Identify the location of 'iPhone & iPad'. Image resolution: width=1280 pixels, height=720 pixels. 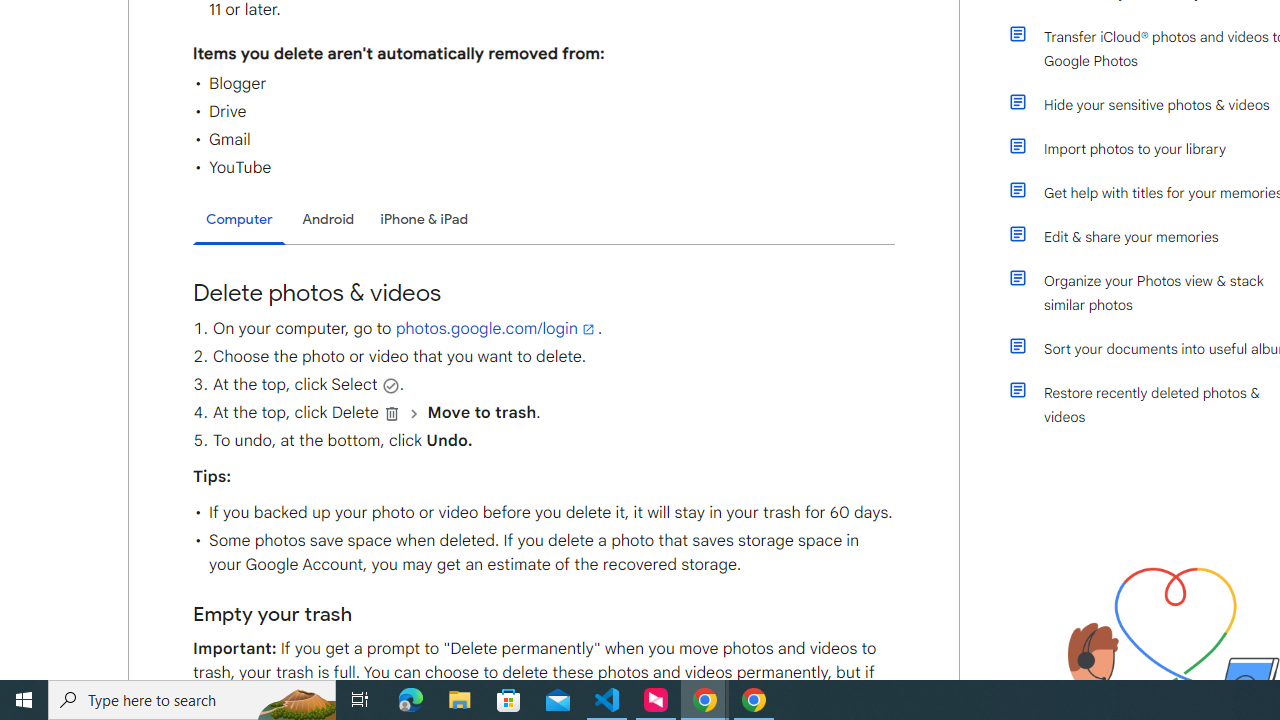
(423, 219).